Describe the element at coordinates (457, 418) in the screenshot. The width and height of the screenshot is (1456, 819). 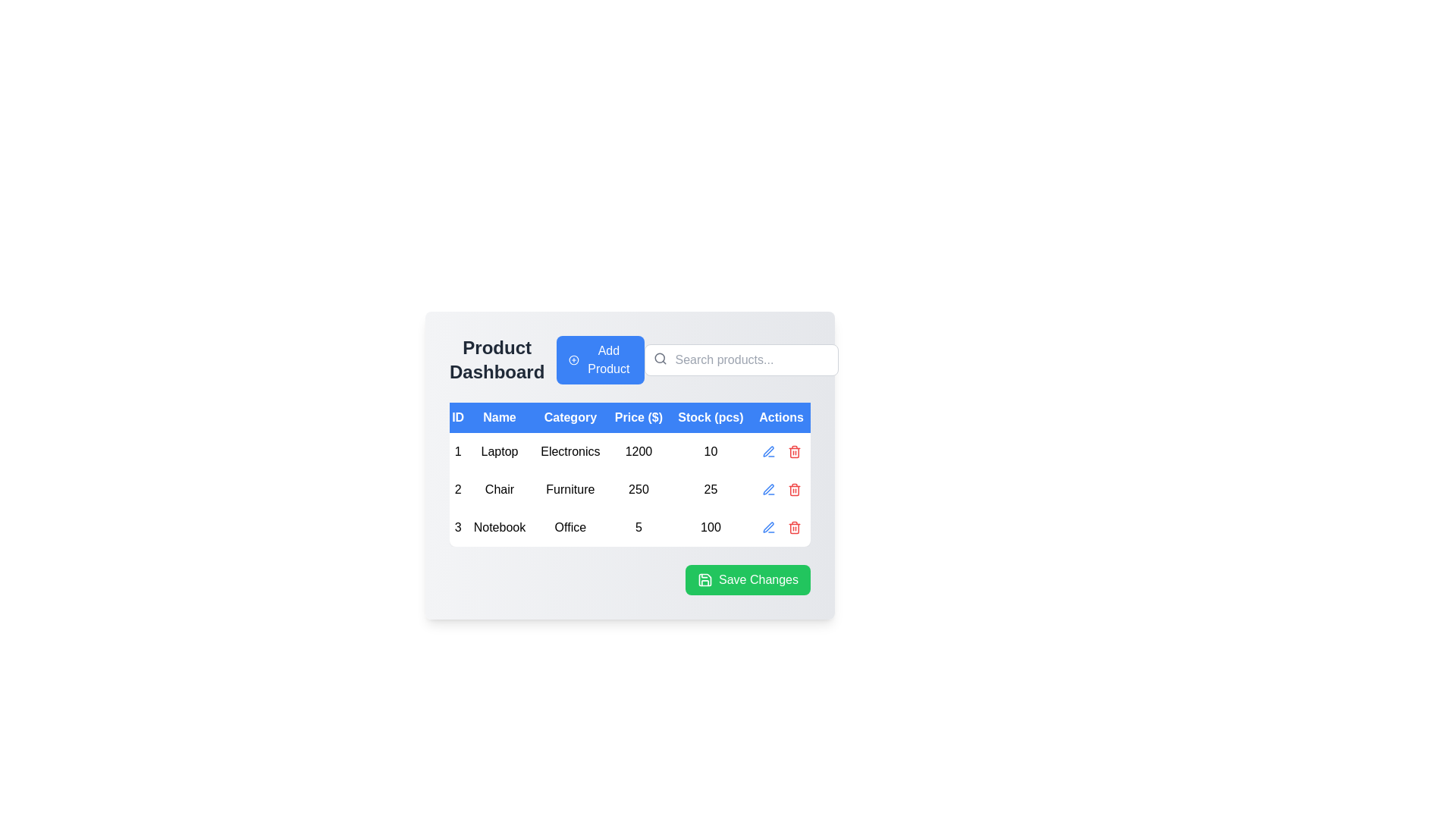
I see `the first column header of the table, which indicates unique identifiers (IDs) for the listed items` at that location.